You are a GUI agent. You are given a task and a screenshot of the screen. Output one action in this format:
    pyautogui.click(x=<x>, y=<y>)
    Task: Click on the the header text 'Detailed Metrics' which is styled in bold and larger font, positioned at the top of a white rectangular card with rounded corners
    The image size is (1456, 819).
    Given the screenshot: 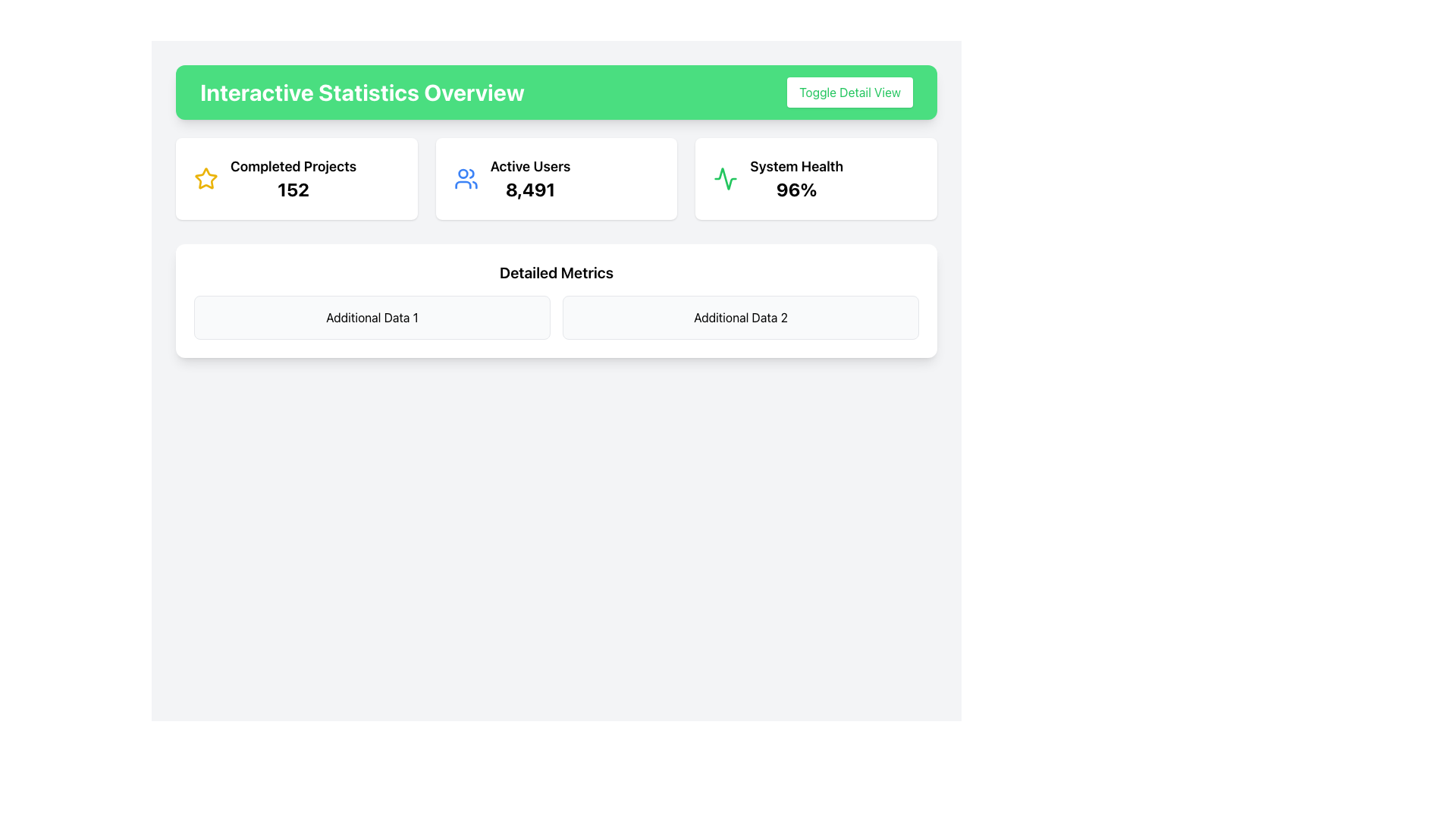 What is the action you would take?
    pyautogui.click(x=556, y=271)
    